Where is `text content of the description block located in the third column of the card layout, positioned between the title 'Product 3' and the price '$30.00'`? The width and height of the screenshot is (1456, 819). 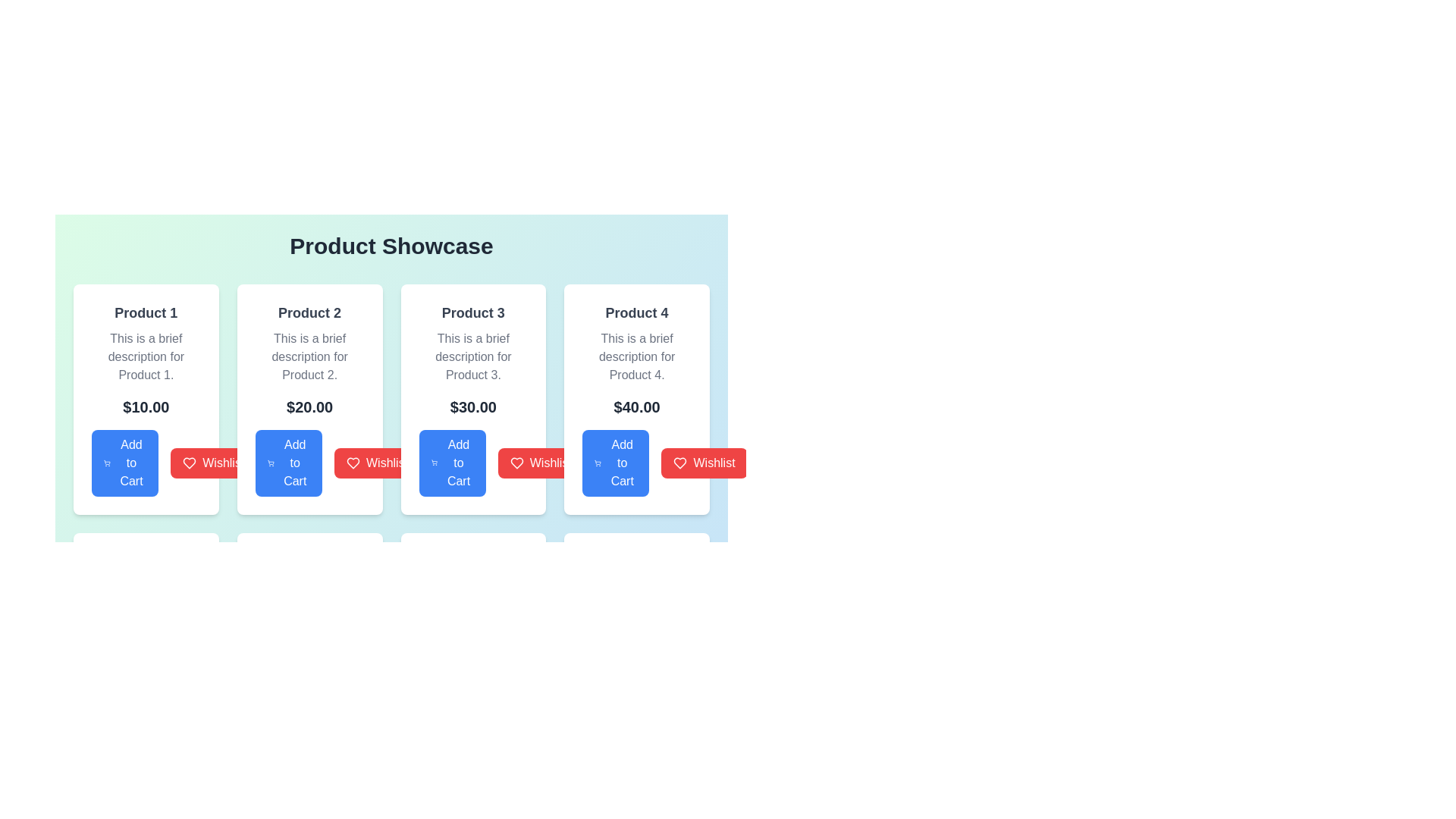
text content of the description block located in the third column of the card layout, positioned between the title 'Product 3' and the price '$30.00' is located at coordinates (472, 356).